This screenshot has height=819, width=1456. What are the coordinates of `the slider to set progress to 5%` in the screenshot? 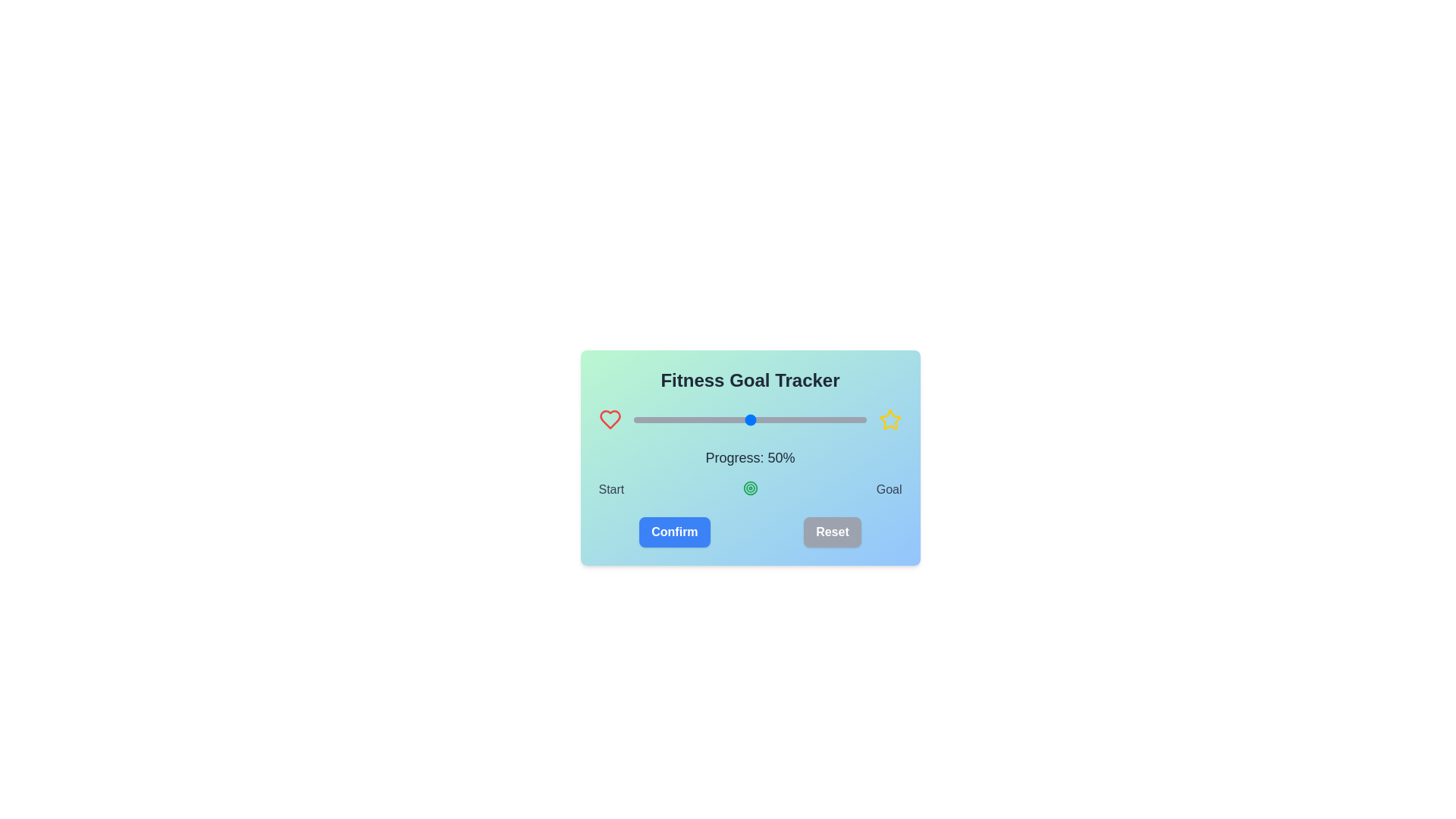 It's located at (645, 420).